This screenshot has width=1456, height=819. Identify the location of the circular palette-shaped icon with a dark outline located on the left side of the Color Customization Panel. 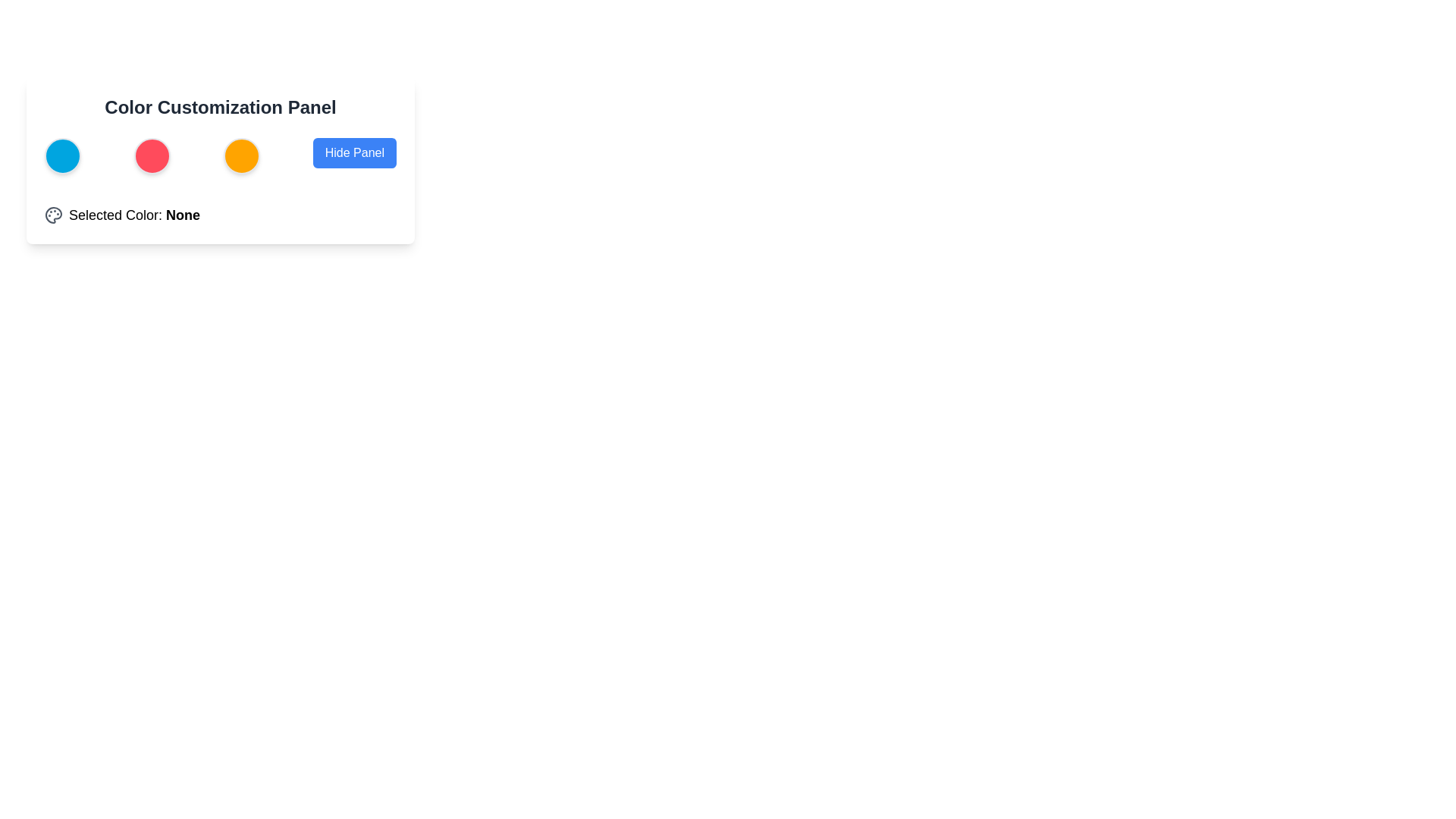
(54, 215).